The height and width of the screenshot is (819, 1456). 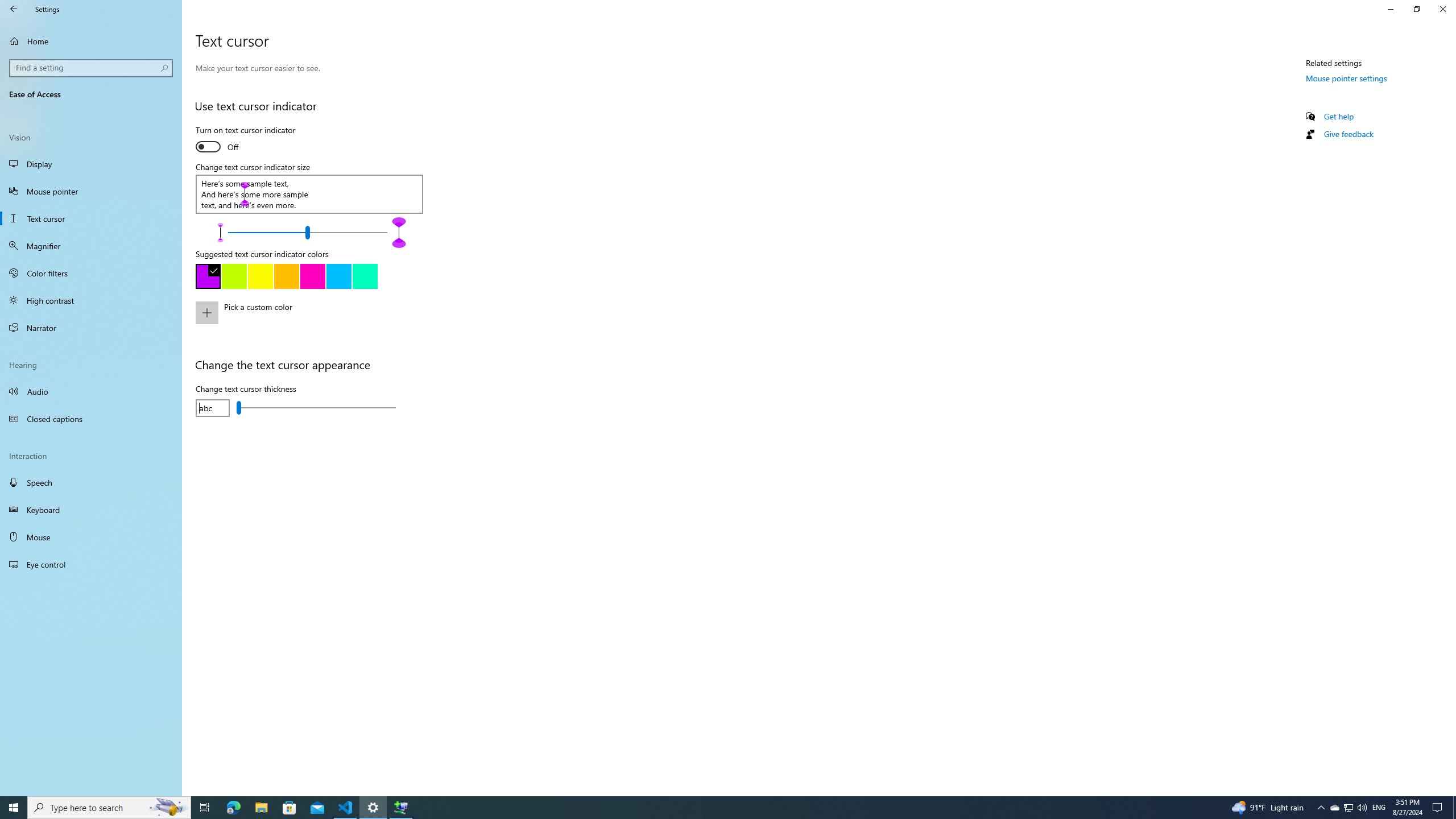 What do you see at coordinates (90, 564) in the screenshot?
I see `'Eye control'` at bounding box center [90, 564].